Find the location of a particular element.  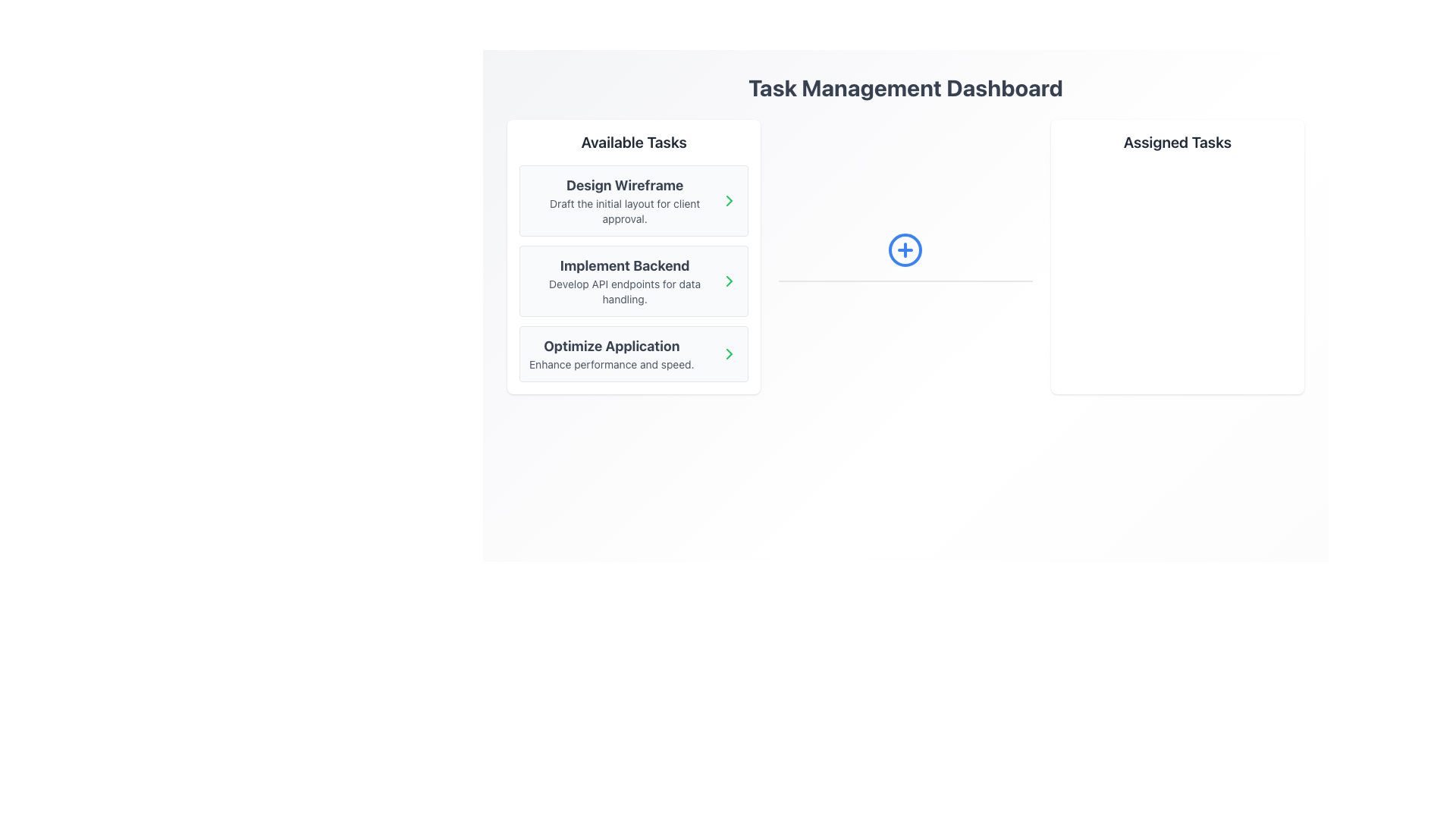

contents of the task labeled 'Design Wireframe', located at the top of the vertical list of task cards under the 'Available Tasks' section is located at coordinates (625, 200).